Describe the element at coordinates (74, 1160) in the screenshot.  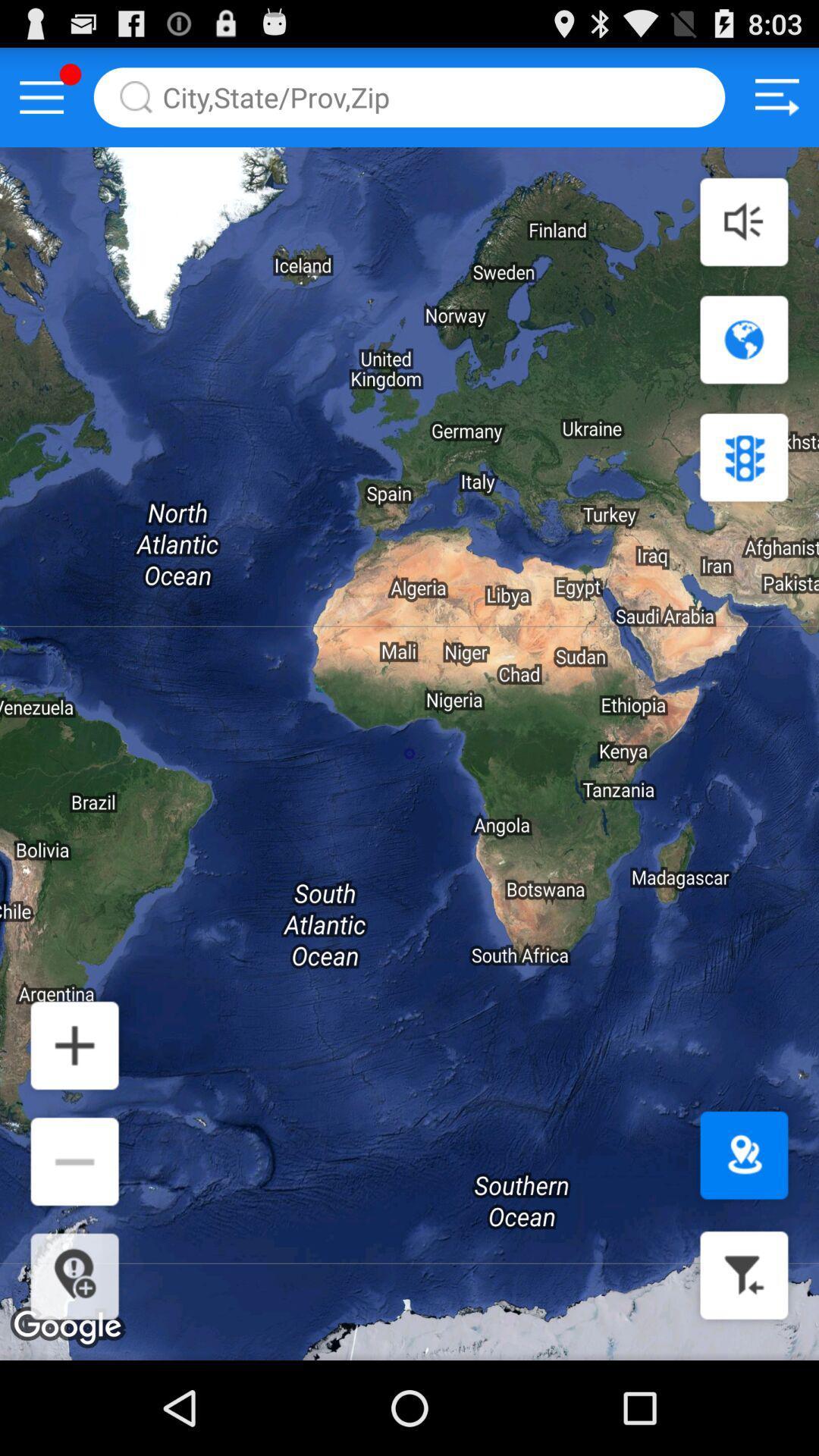
I see `zoom out` at that location.